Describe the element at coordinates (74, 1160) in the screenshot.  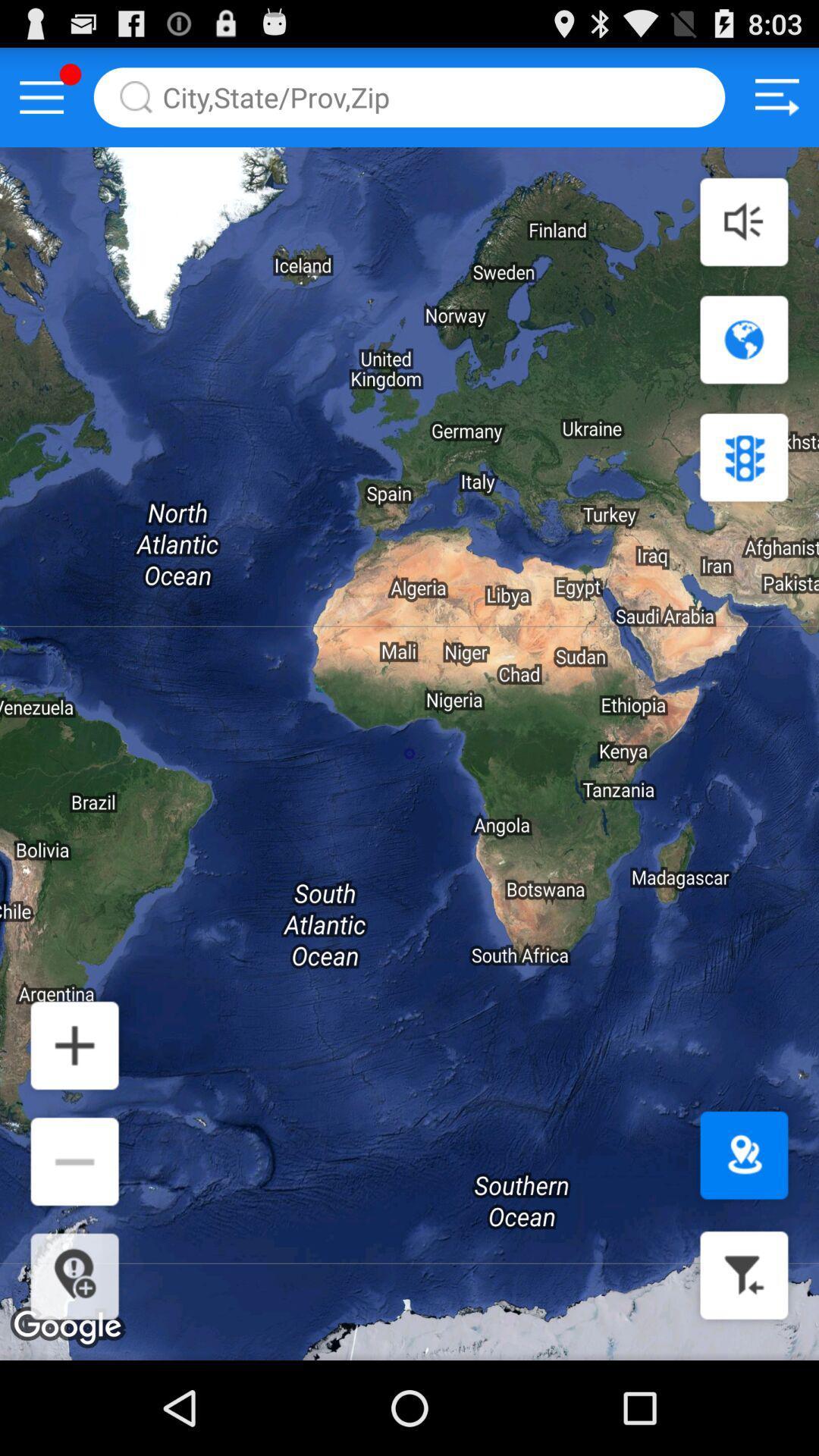
I see `zoom out` at that location.